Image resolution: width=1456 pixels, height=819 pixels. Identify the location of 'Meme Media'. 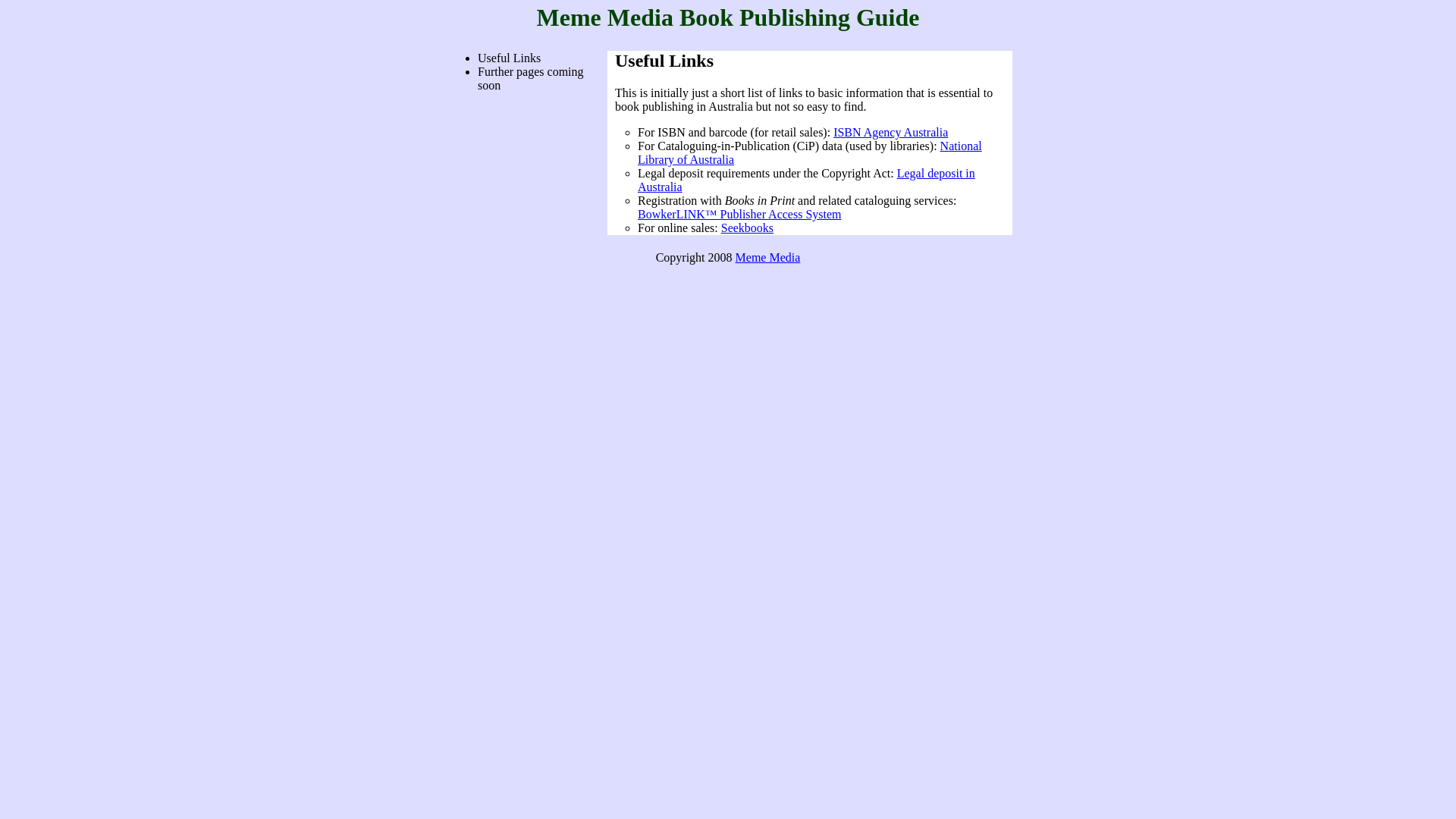
(767, 256).